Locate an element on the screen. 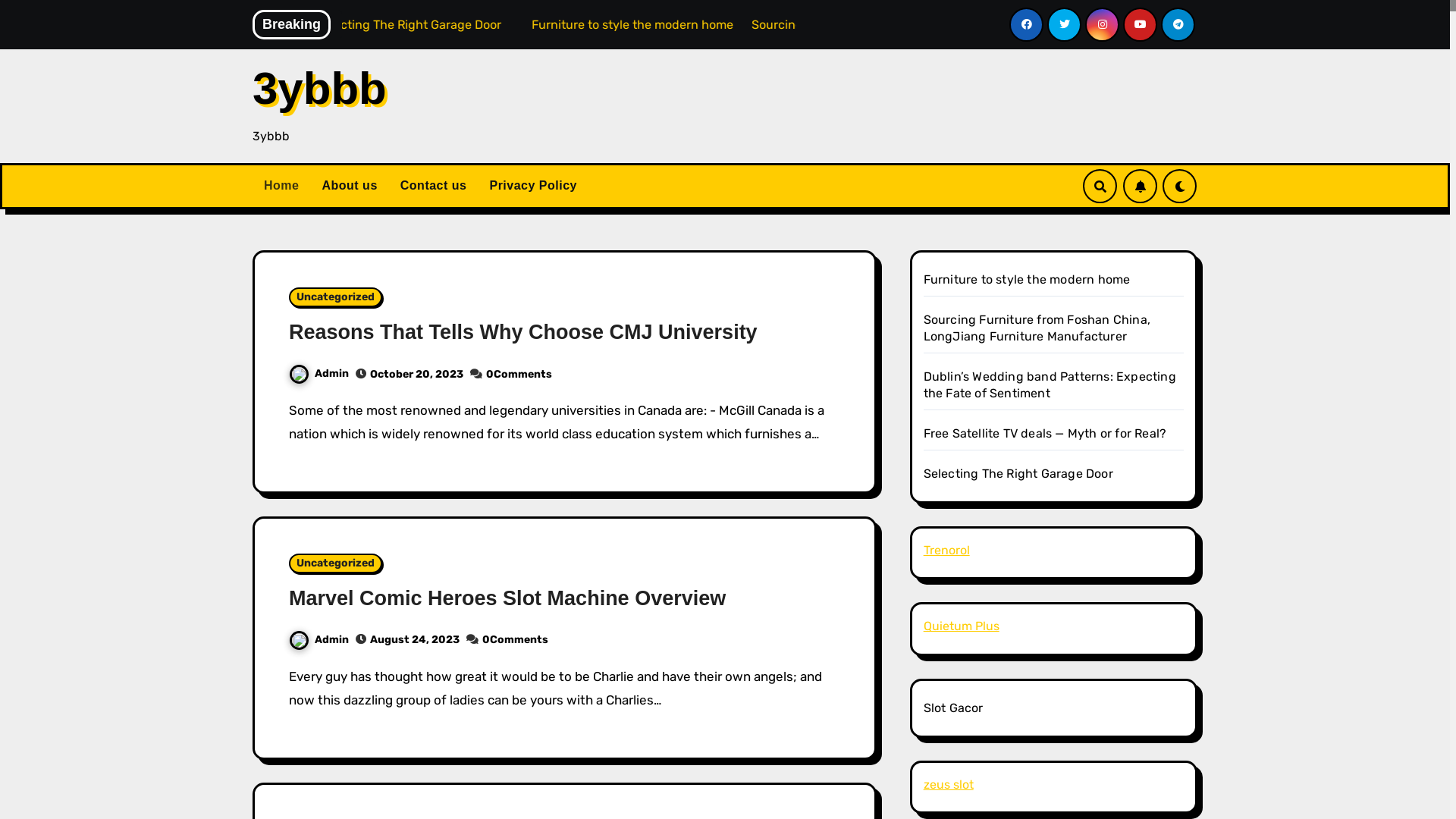 The image size is (1456, 819). 'Home' is located at coordinates (281, 185).